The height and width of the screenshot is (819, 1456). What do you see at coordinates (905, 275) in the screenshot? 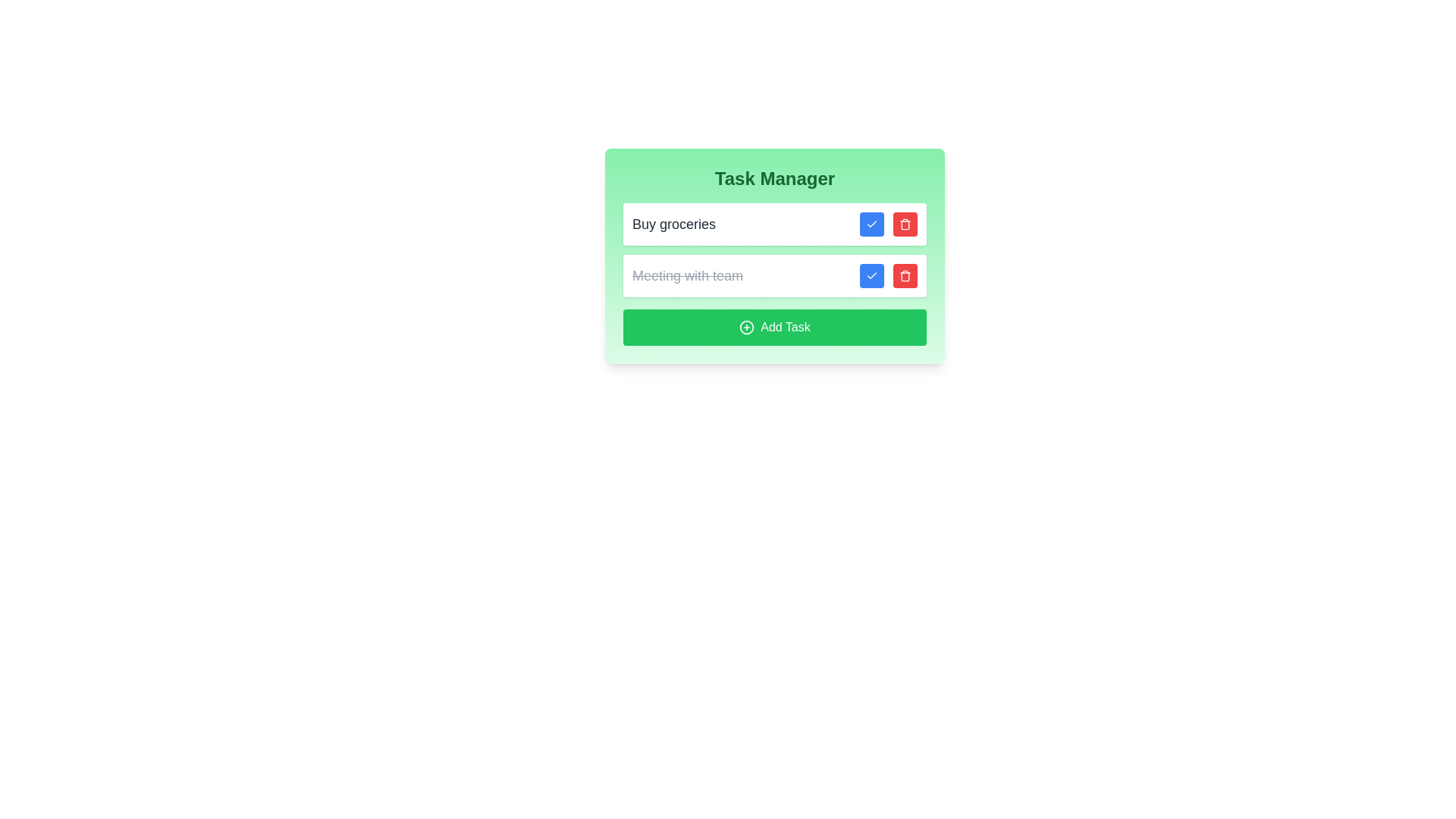
I see `the red trashcan-shaped icon within the clickable button` at bounding box center [905, 275].